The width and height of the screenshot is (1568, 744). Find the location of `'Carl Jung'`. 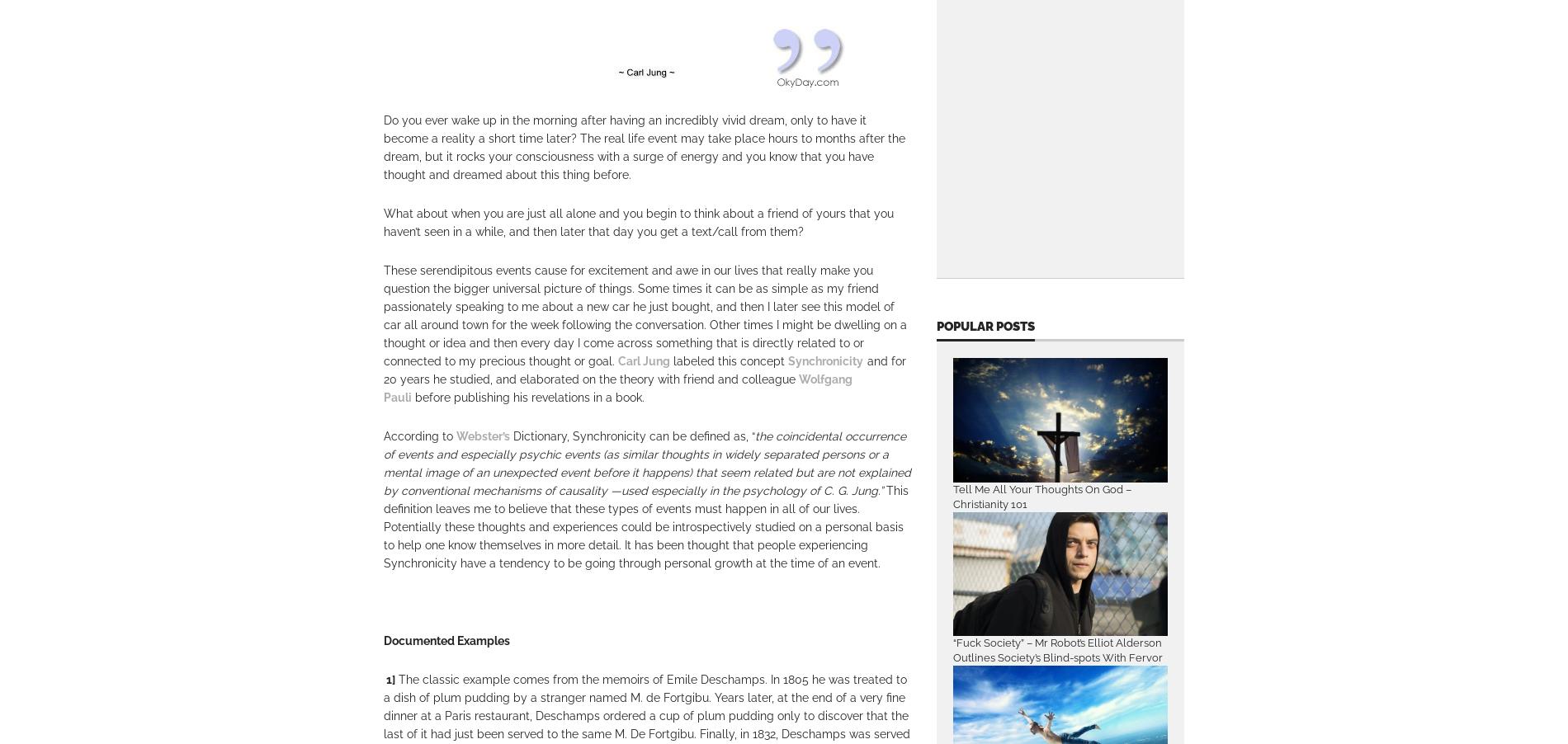

'Carl Jung' is located at coordinates (616, 361).